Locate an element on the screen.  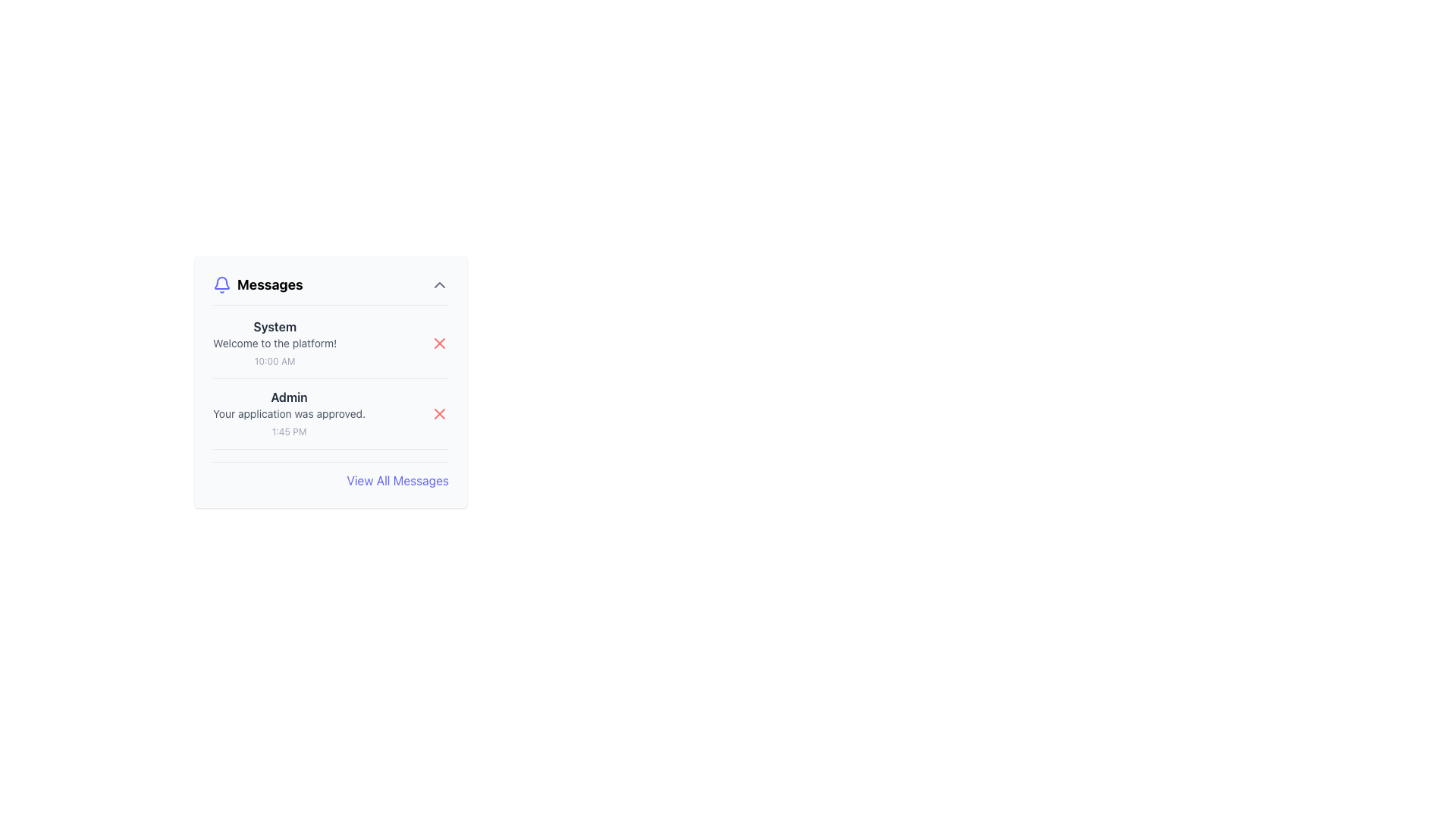
the Text Label that denotes the time associated with a system-generated message, located below 'Welcome to the platform!' and aligned to the right is located at coordinates (275, 361).